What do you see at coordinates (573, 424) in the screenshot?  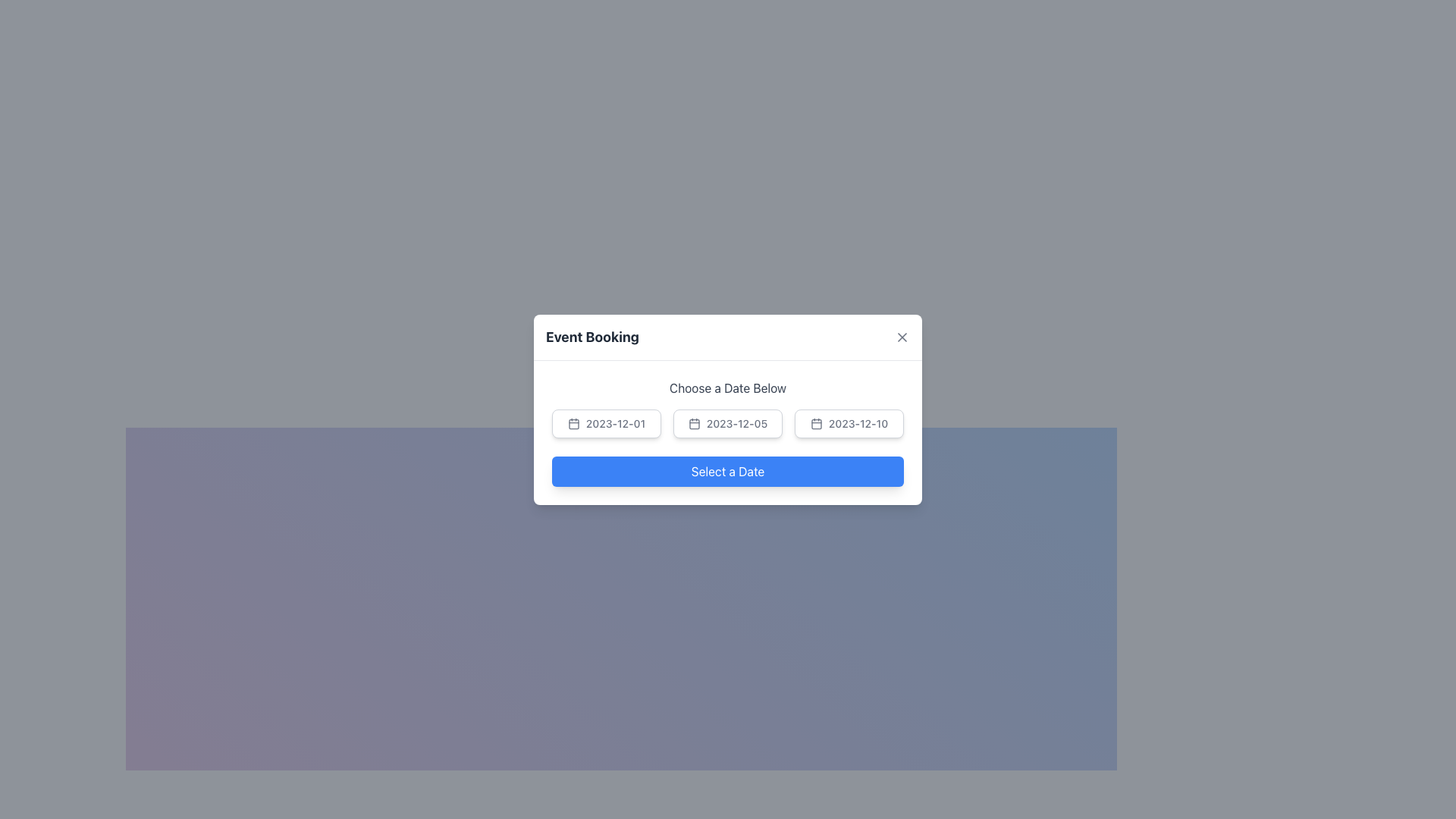 I see `the calendar icon located to the left of the date label '2023-12-01' in the Event Booking dialog` at bounding box center [573, 424].